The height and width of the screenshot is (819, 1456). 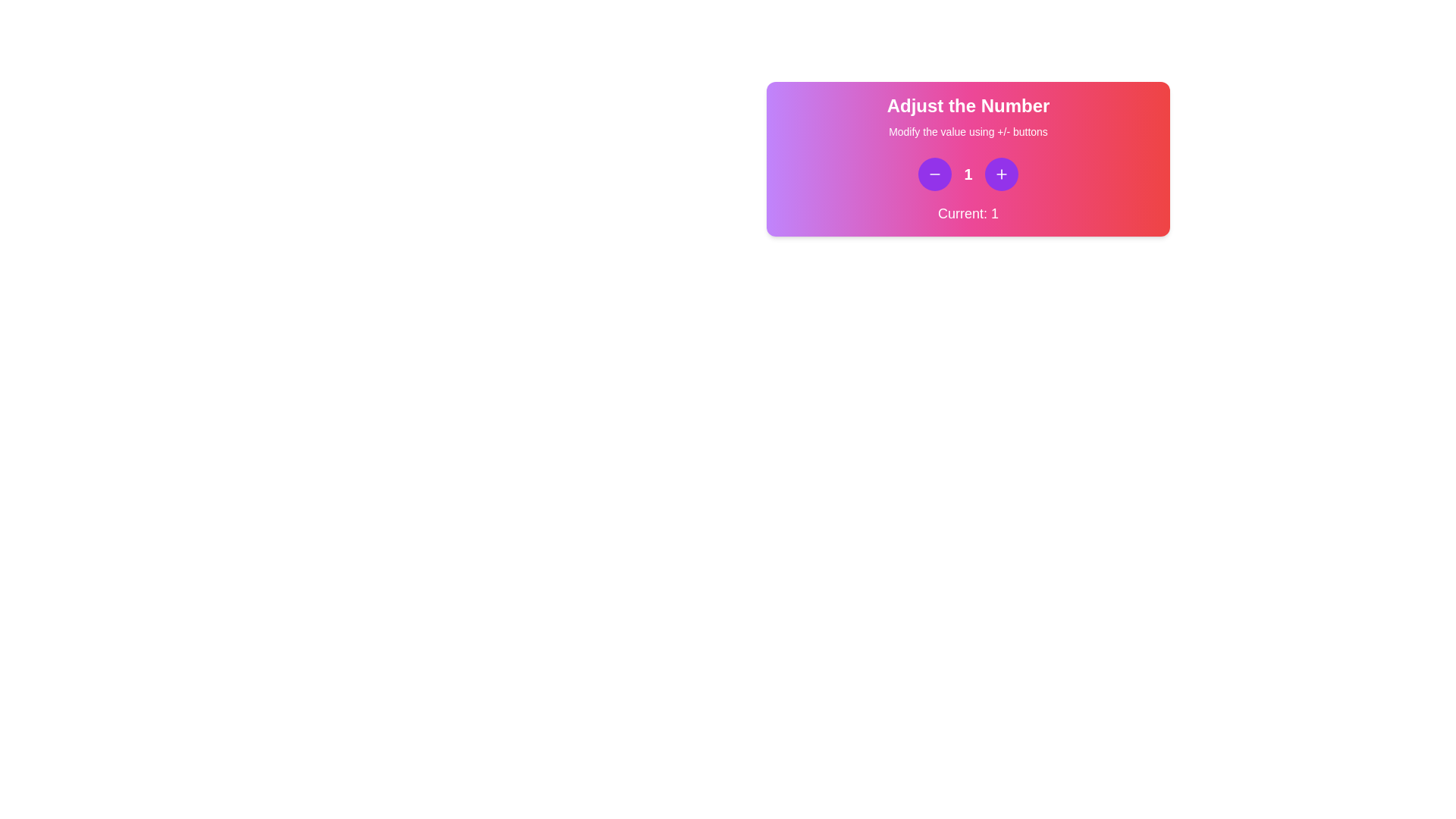 I want to click on the circular button with the decrease icon, which is the leftmost button in the 'Adjust the Number' section, so click(x=934, y=174).